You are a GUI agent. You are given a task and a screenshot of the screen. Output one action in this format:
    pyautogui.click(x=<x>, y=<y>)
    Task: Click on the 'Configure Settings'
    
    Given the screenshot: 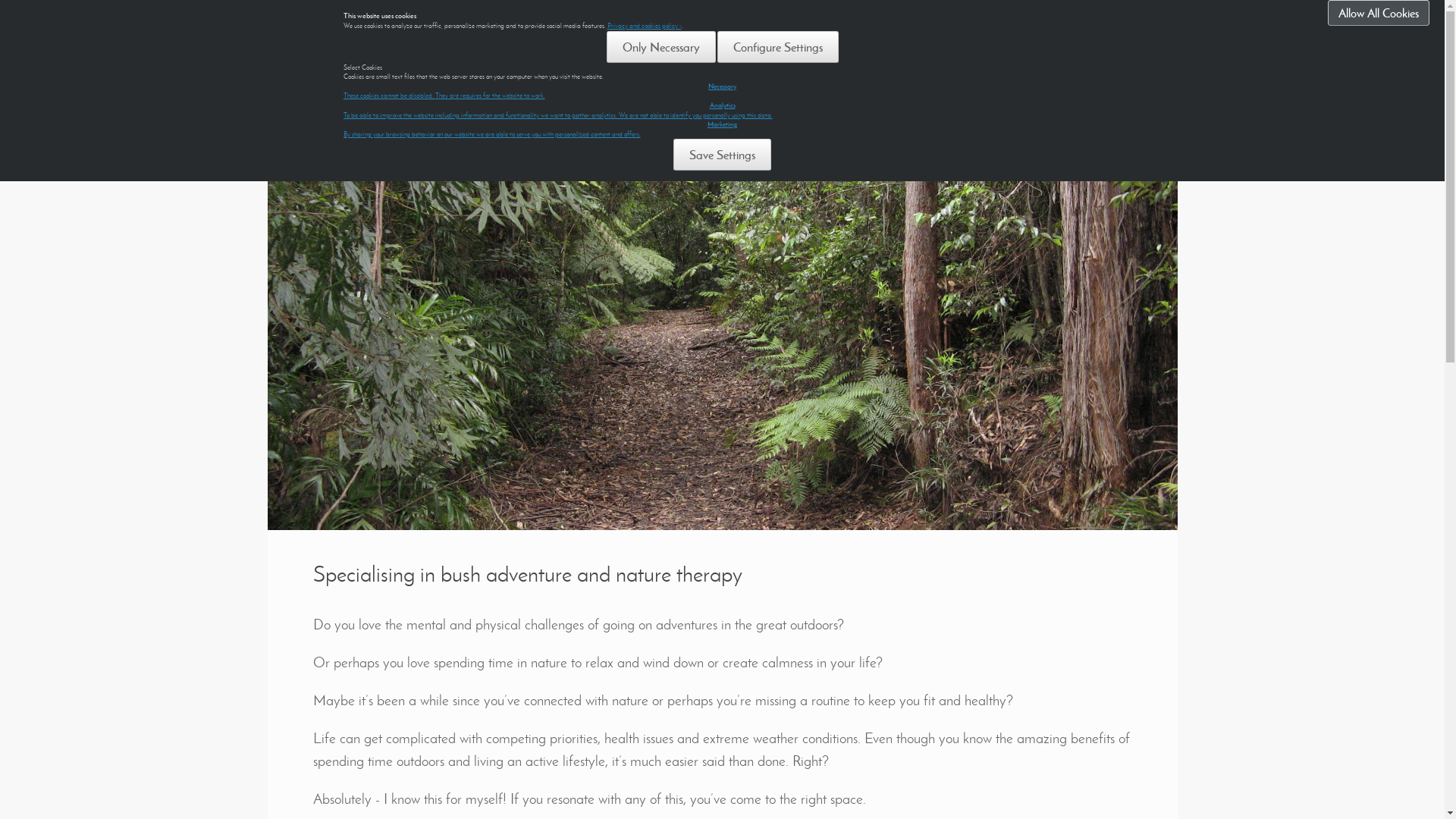 What is the action you would take?
    pyautogui.click(x=778, y=45)
    